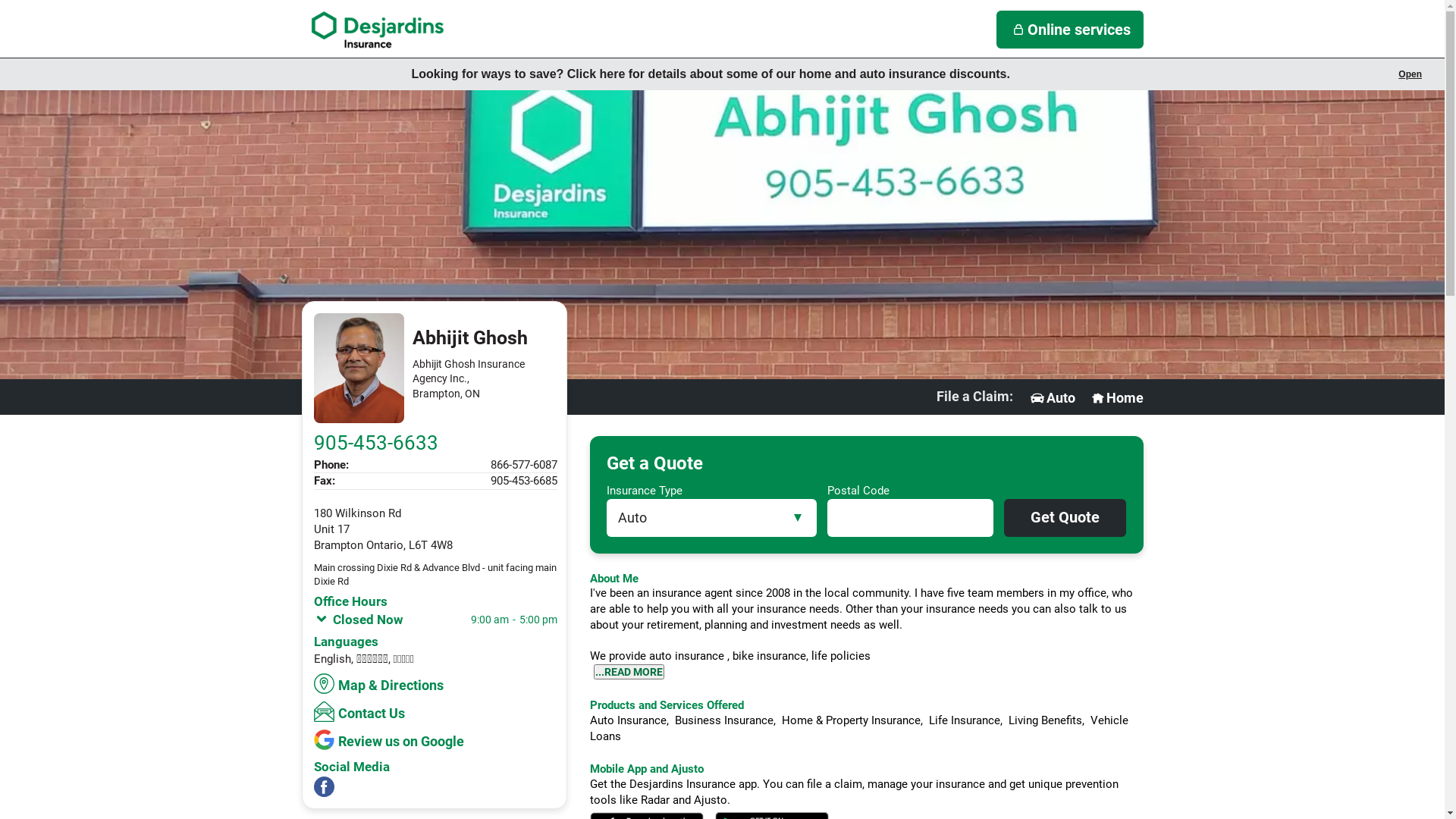  I want to click on 'Contact Us', so click(360, 711).